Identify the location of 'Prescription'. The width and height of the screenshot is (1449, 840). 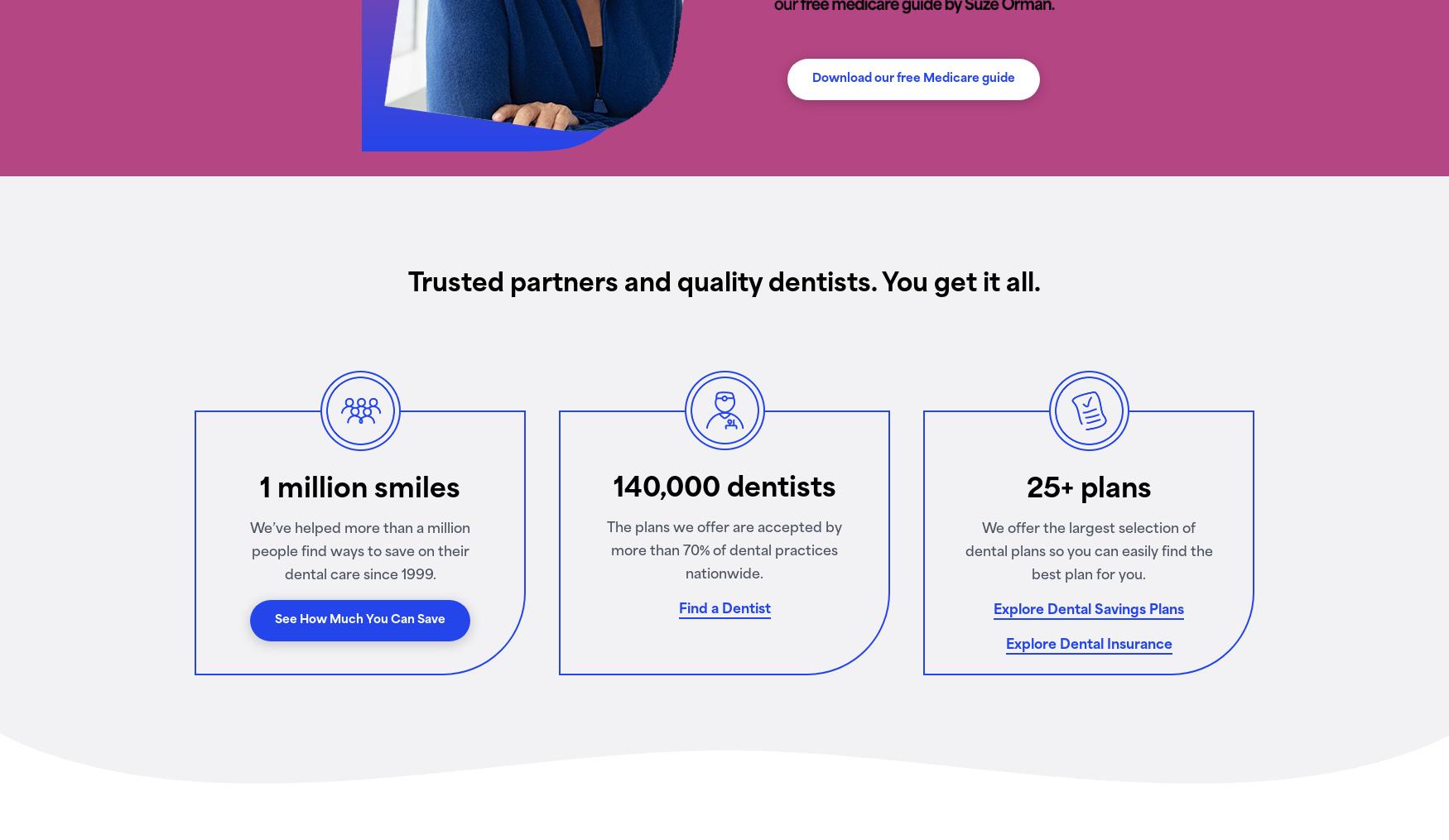
(472, 388).